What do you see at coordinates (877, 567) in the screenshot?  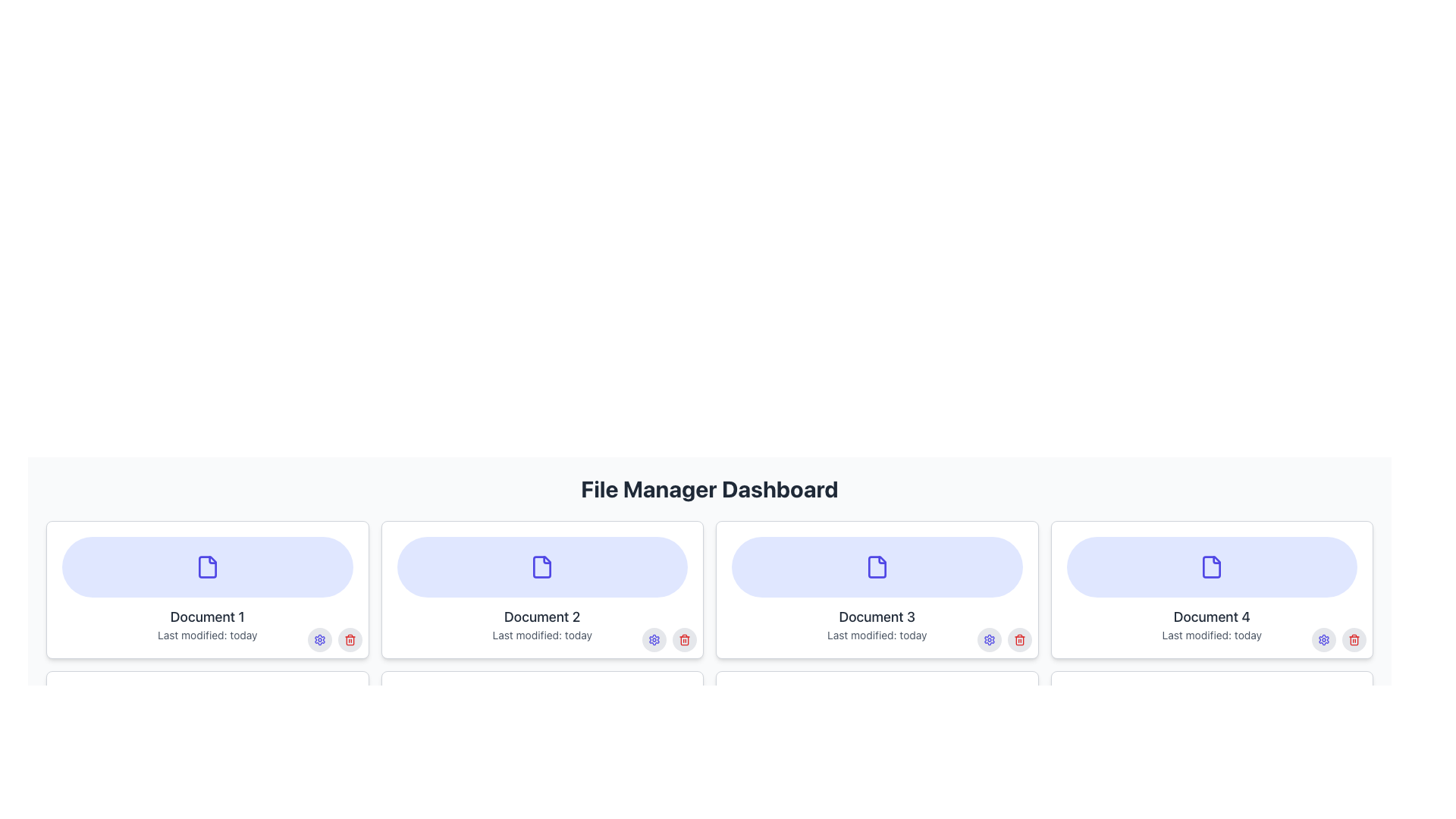 I see `the file icon representing the card labeled 'Document 3', located at the center-top of the light blue background area` at bounding box center [877, 567].